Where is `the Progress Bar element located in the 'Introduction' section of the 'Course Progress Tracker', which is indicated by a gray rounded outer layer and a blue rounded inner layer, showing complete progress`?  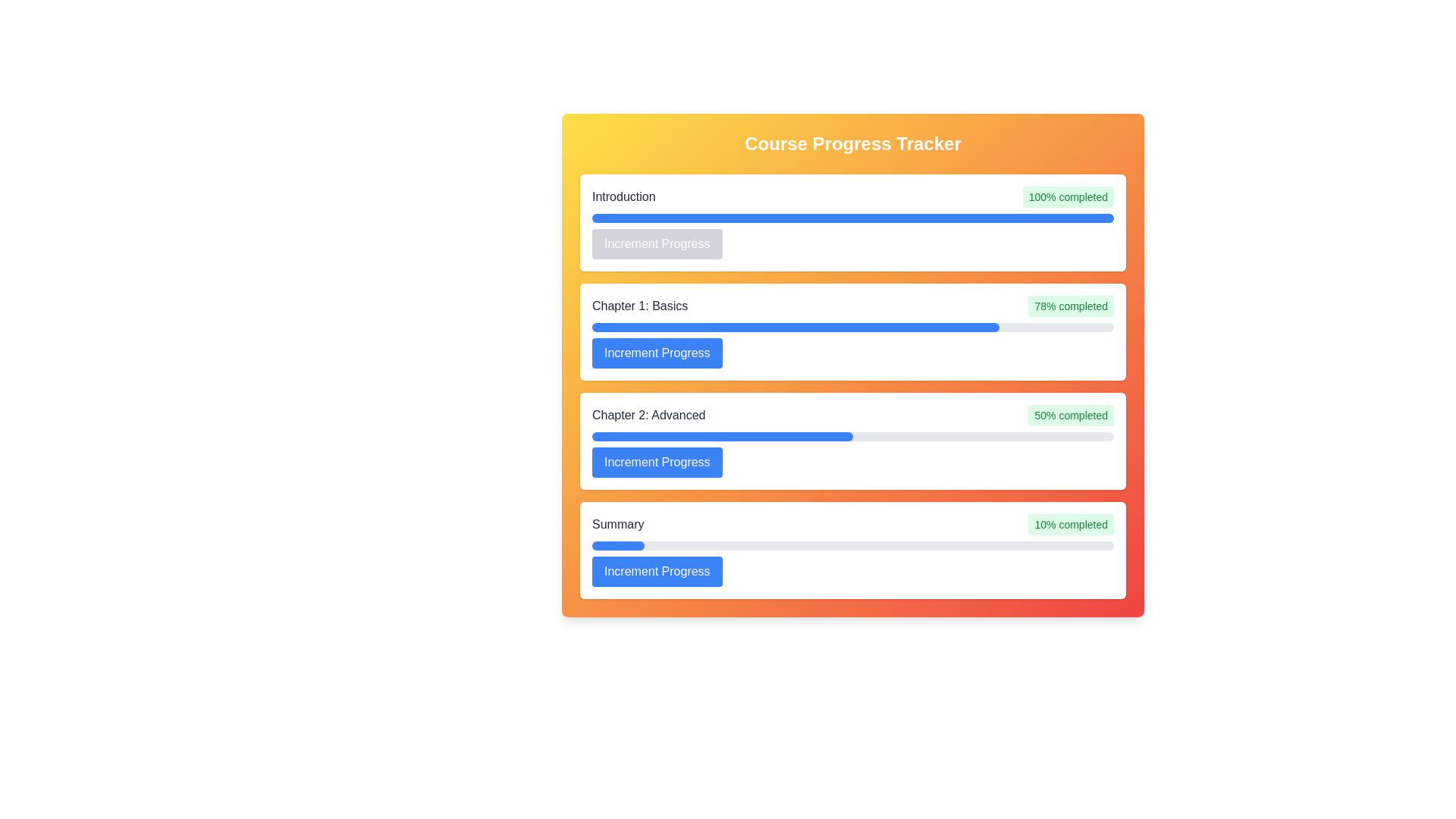
the Progress Bar element located in the 'Introduction' section of the 'Course Progress Tracker', which is indicated by a gray rounded outer layer and a blue rounded inner layer, showing complete progress is located at coordinates (852, 218).